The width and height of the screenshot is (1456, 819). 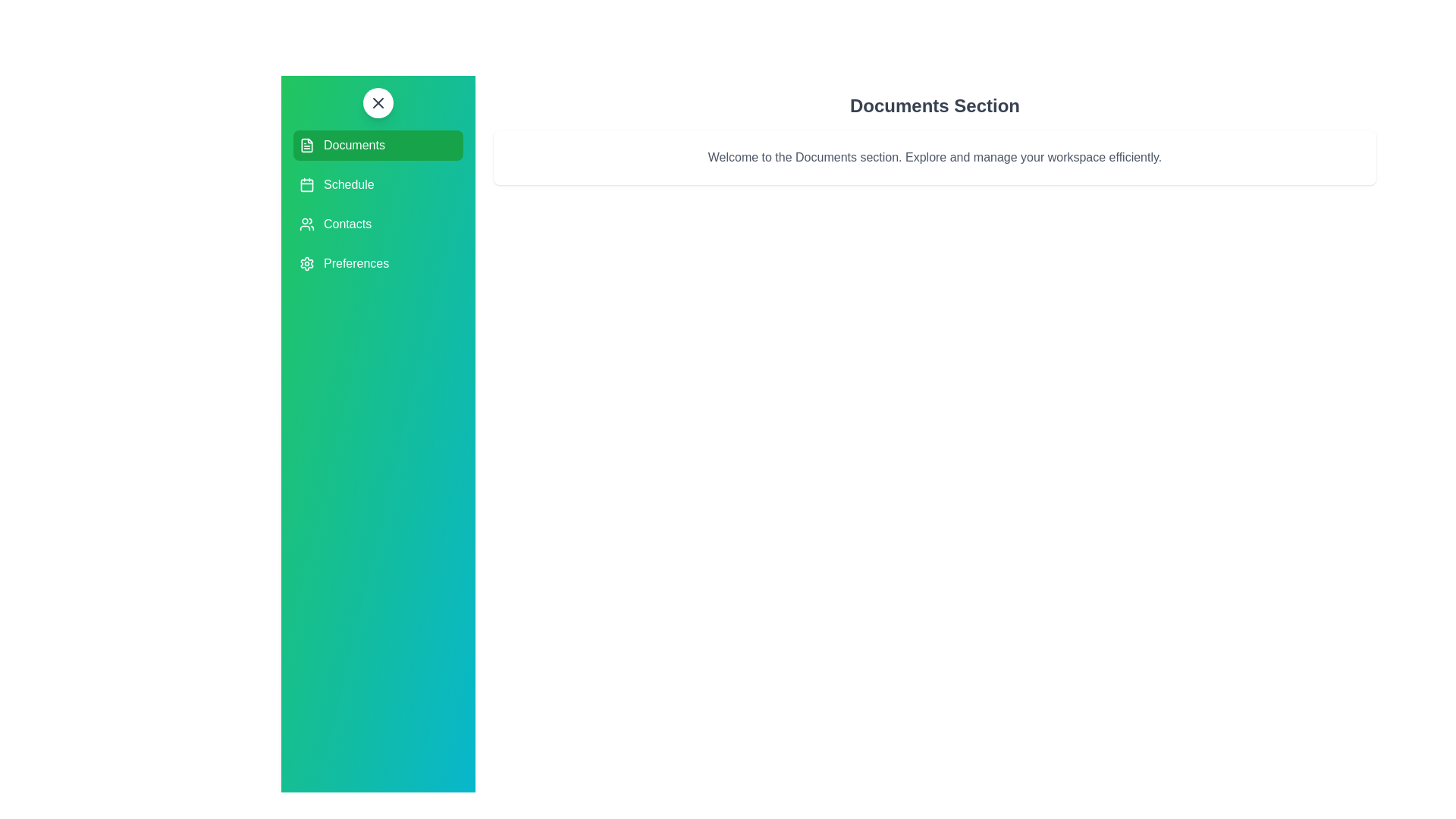 What do you see at coordinates (378, 146) in the screenshot?
I see `the section Documents to highlight it` at bounding box center [378, 146].